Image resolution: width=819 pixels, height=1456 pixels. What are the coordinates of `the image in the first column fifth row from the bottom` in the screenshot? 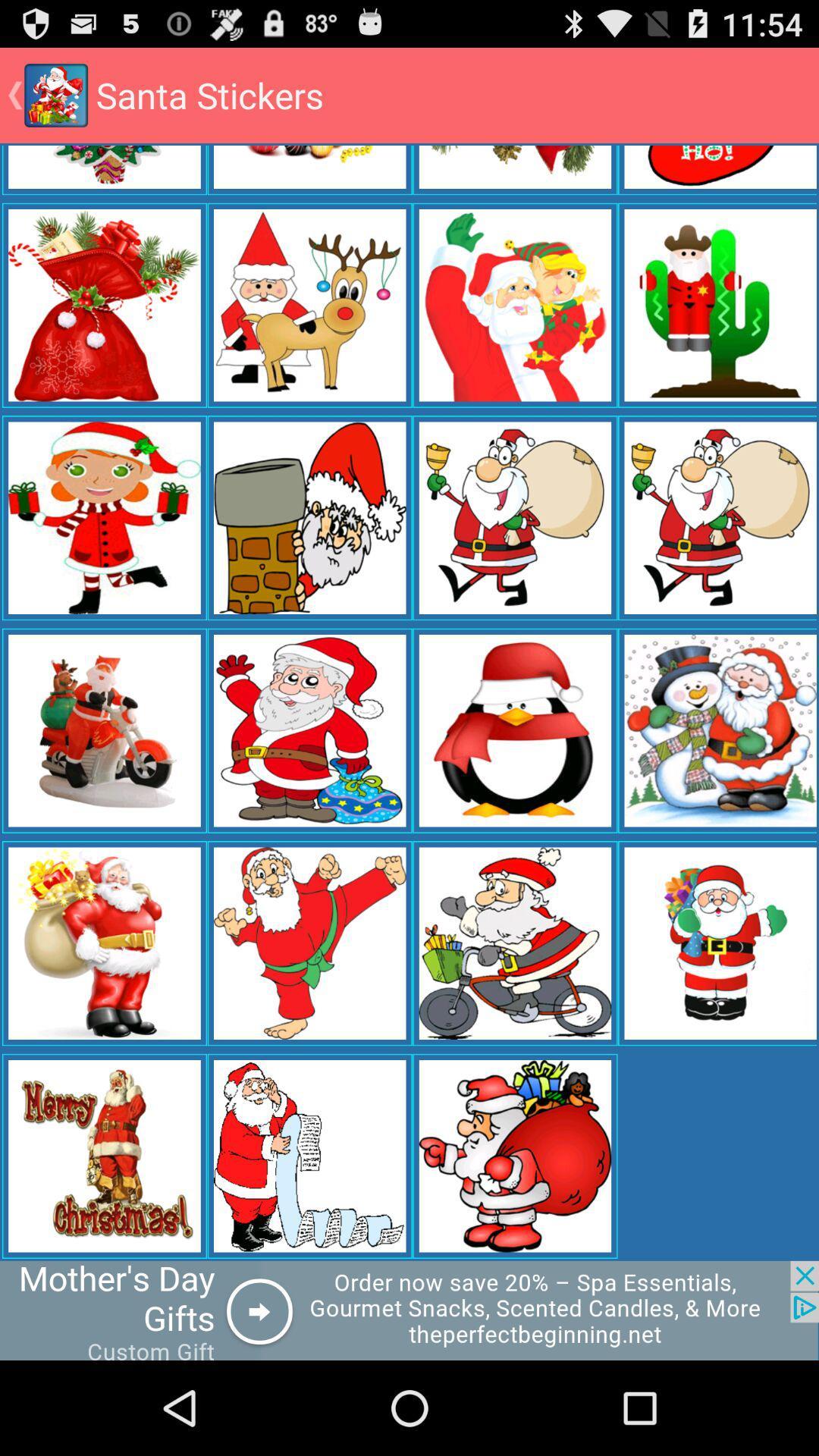 It's located at (104, 305).